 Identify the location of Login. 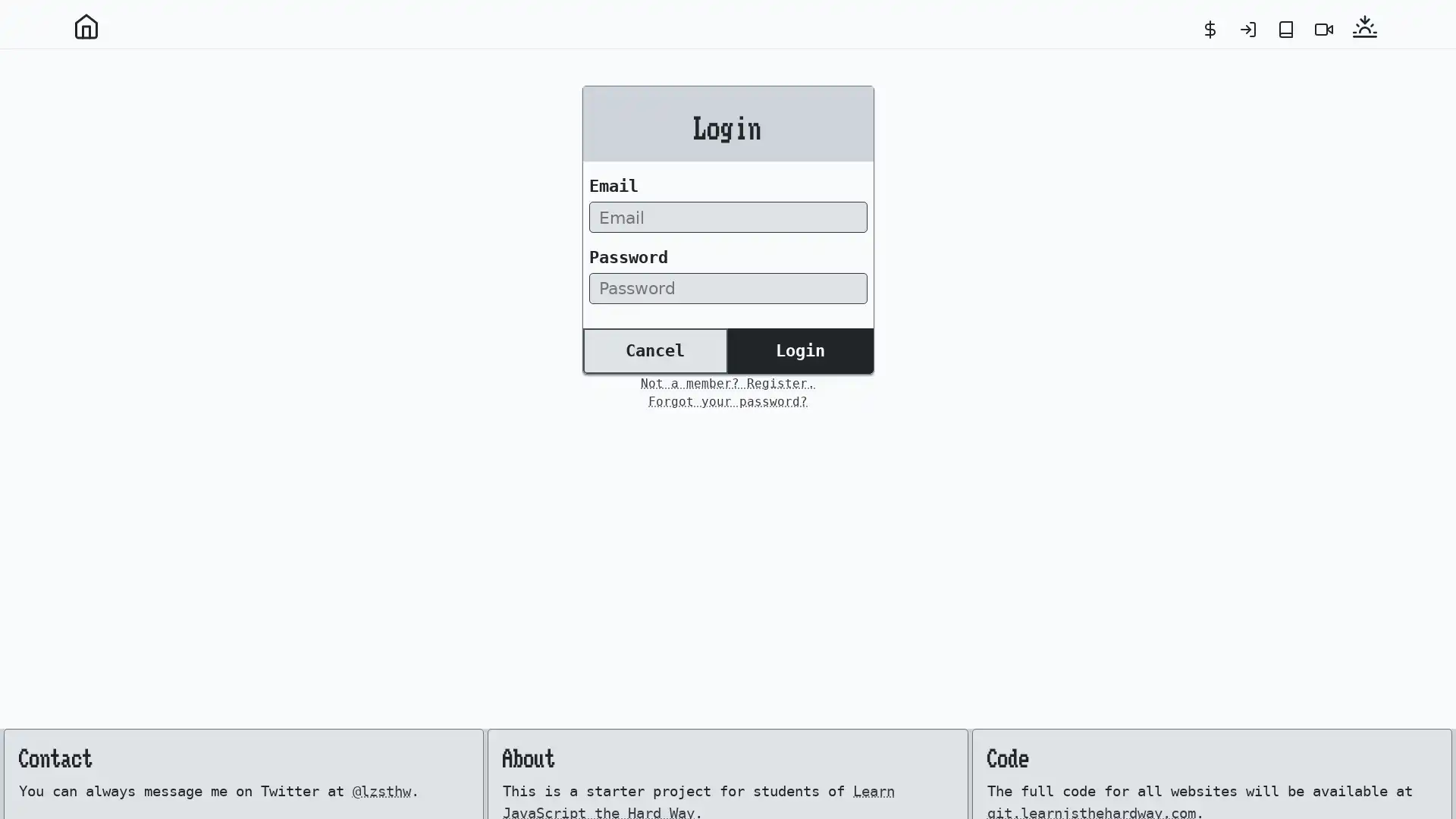
(799, 350).